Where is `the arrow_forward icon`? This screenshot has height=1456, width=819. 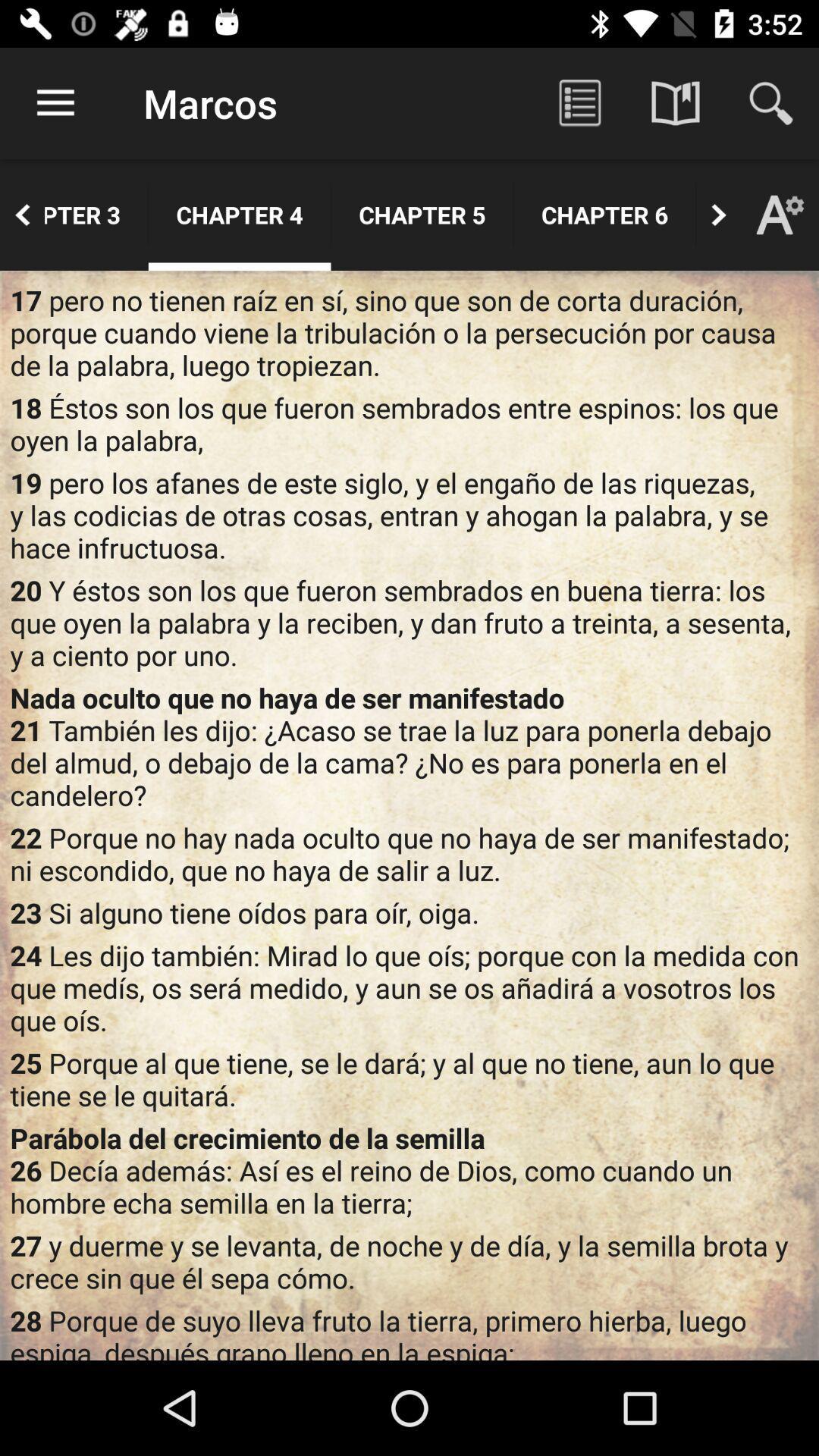
the arrow_forward icon is located at coordinates (718, 214).